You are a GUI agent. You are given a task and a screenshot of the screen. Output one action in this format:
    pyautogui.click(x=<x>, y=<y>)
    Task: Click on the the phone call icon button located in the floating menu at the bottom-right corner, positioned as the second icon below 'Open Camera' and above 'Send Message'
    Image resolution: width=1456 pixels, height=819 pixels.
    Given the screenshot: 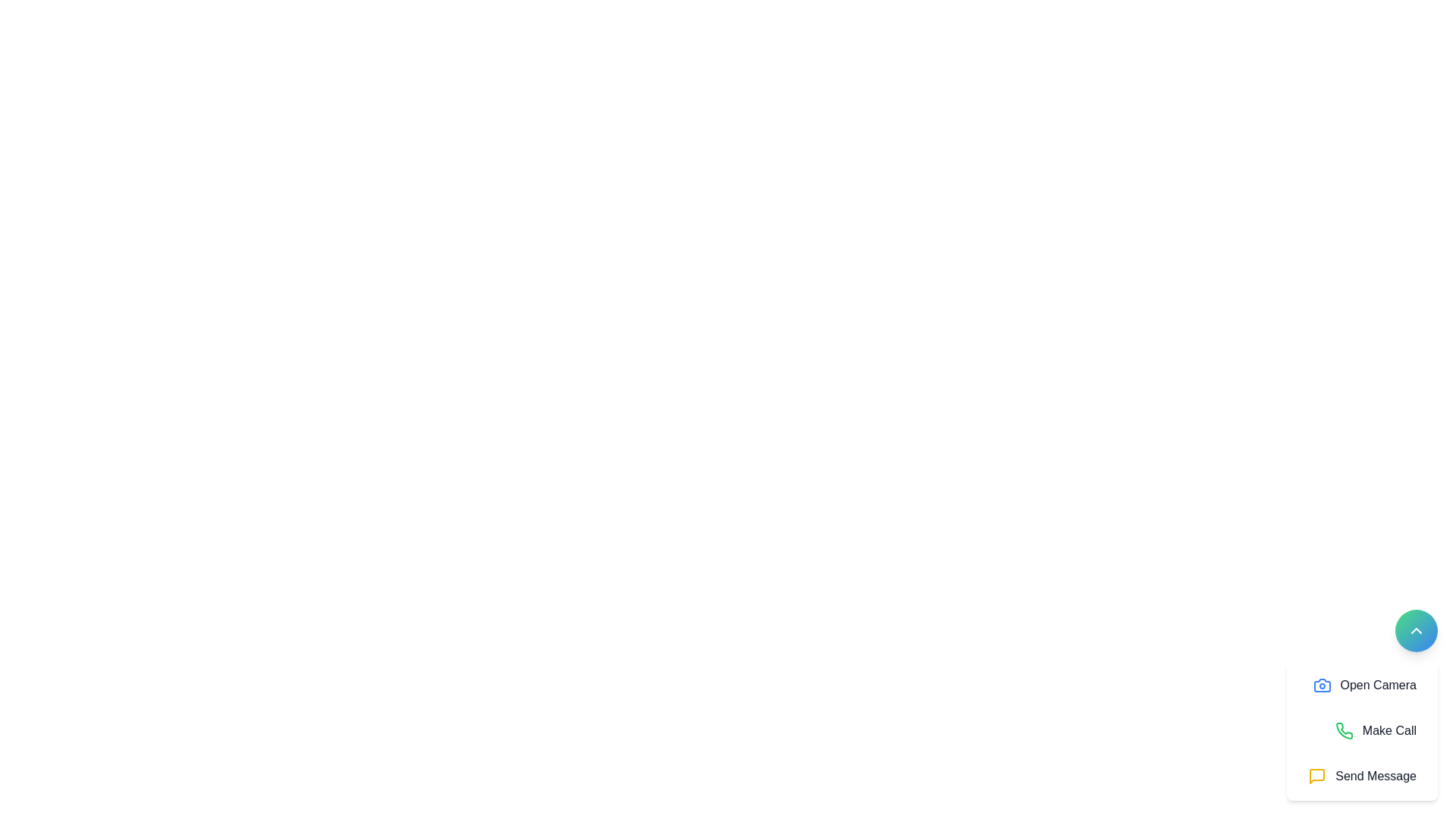 What is the action you would take?
    pyautogui.click(x=1344, y=730)
    